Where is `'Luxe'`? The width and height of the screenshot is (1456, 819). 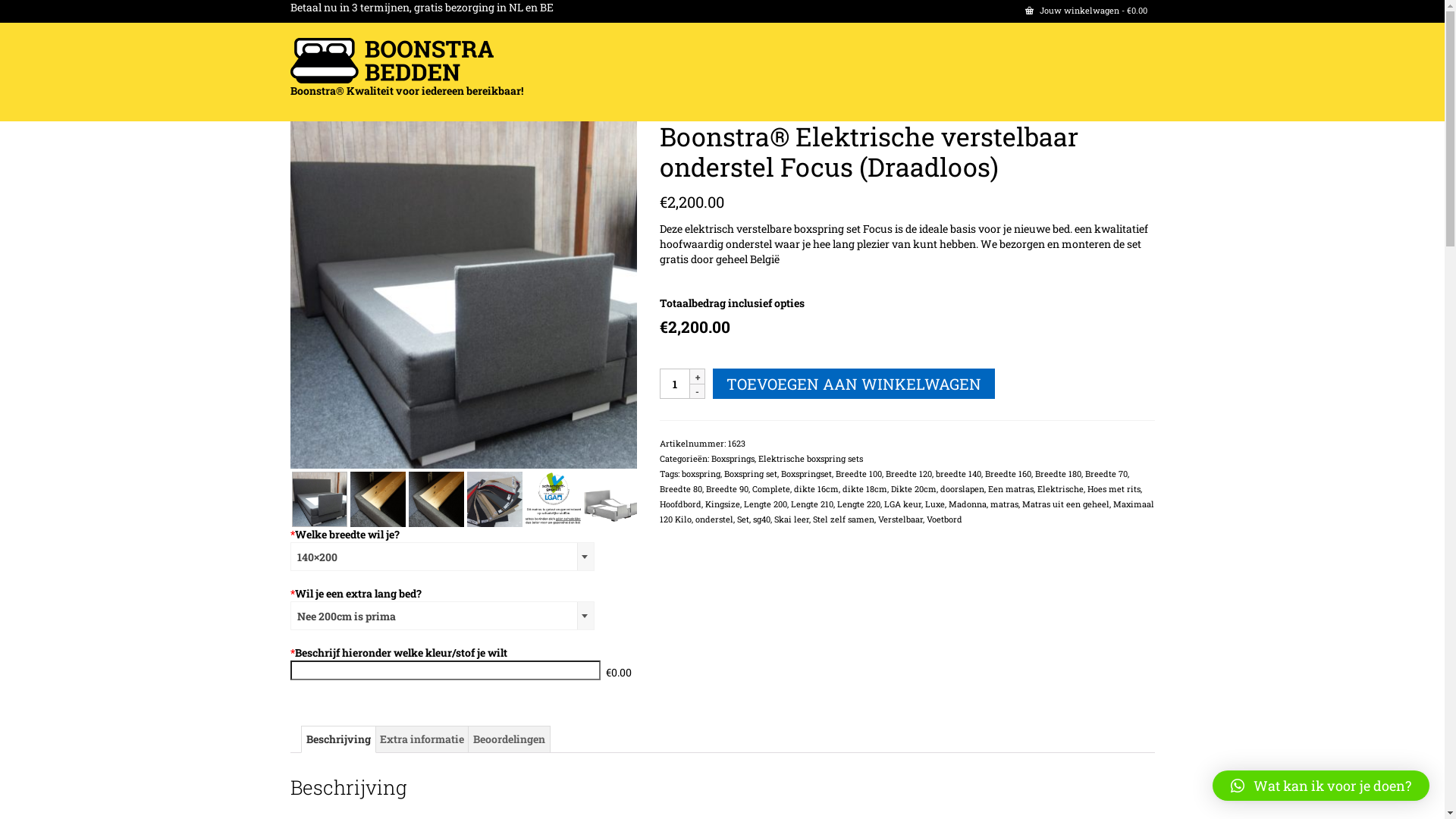
'Luxe' is located at coordinates (934, 504).